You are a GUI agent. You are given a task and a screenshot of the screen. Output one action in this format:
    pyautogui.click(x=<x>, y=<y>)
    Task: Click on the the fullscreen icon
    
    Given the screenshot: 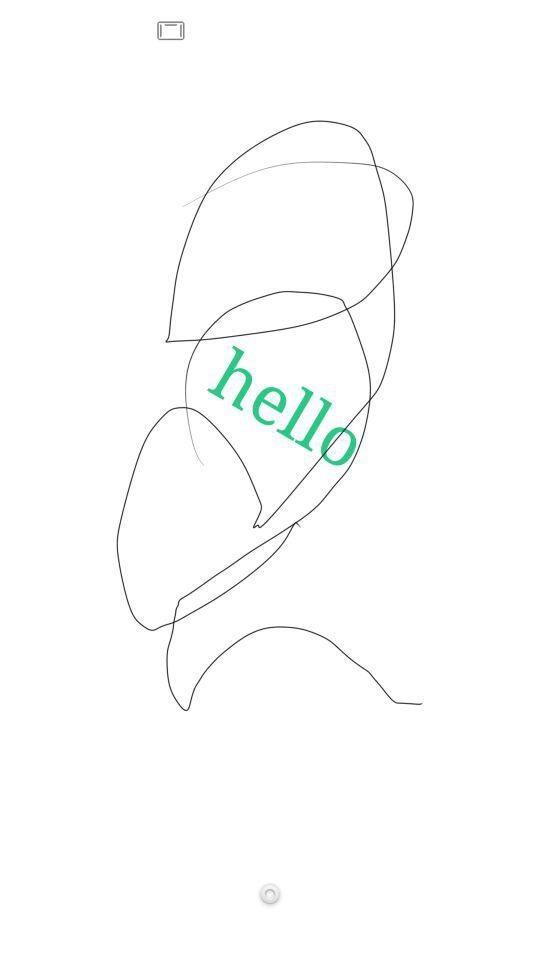 What is the action you would take?
    pyautogui.click(x=171, y=30)
    